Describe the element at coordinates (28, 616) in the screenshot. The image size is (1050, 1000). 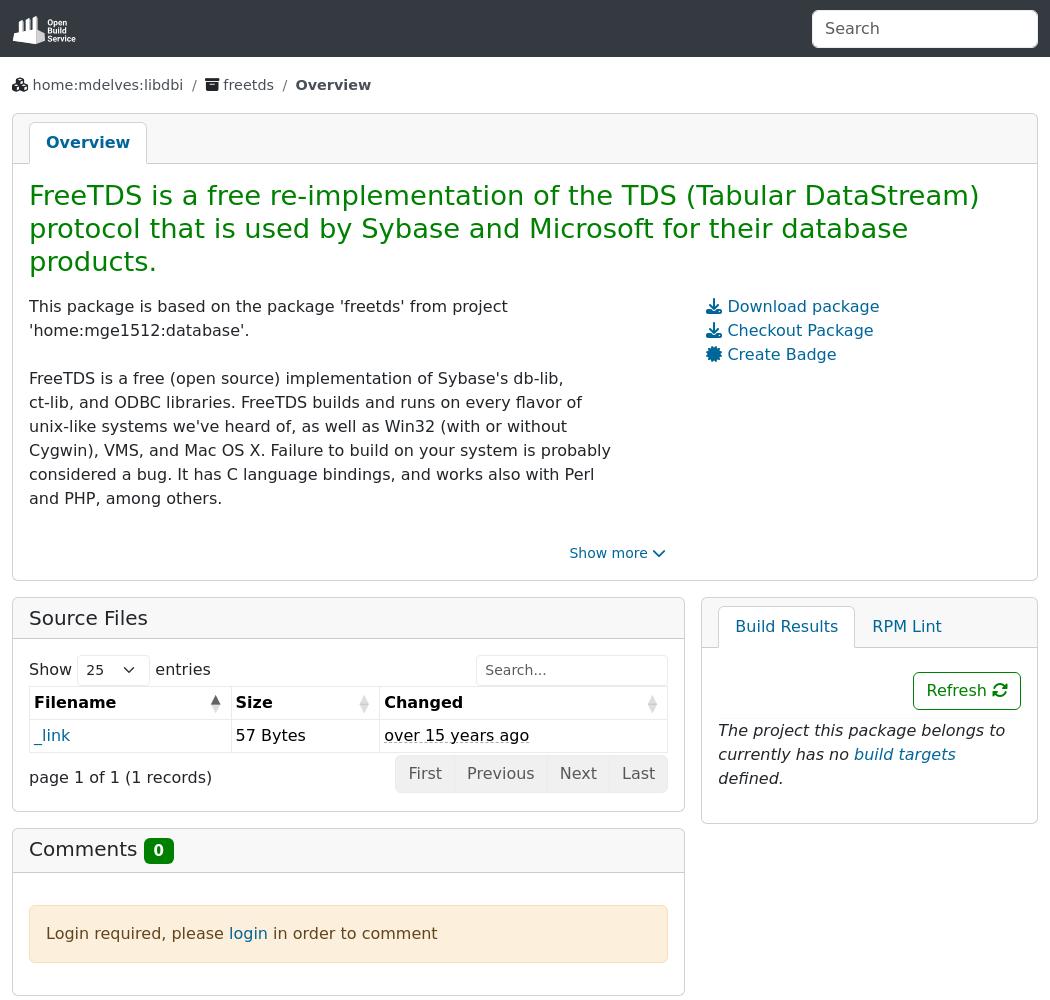
I see `'Source Files'` at that location.